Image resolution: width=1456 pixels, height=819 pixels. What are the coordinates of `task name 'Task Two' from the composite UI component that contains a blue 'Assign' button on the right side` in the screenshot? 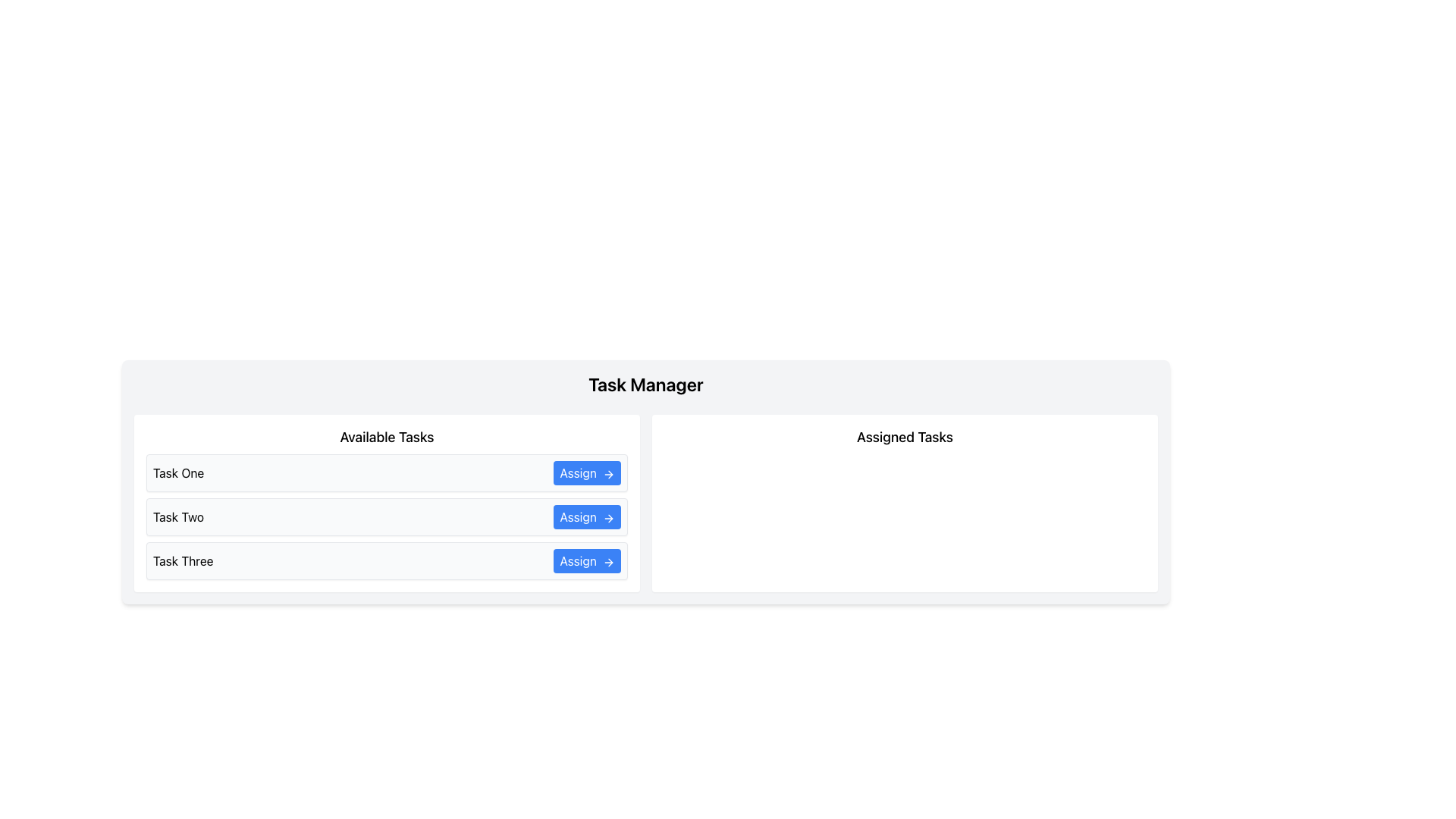 It's located at (387, 516).